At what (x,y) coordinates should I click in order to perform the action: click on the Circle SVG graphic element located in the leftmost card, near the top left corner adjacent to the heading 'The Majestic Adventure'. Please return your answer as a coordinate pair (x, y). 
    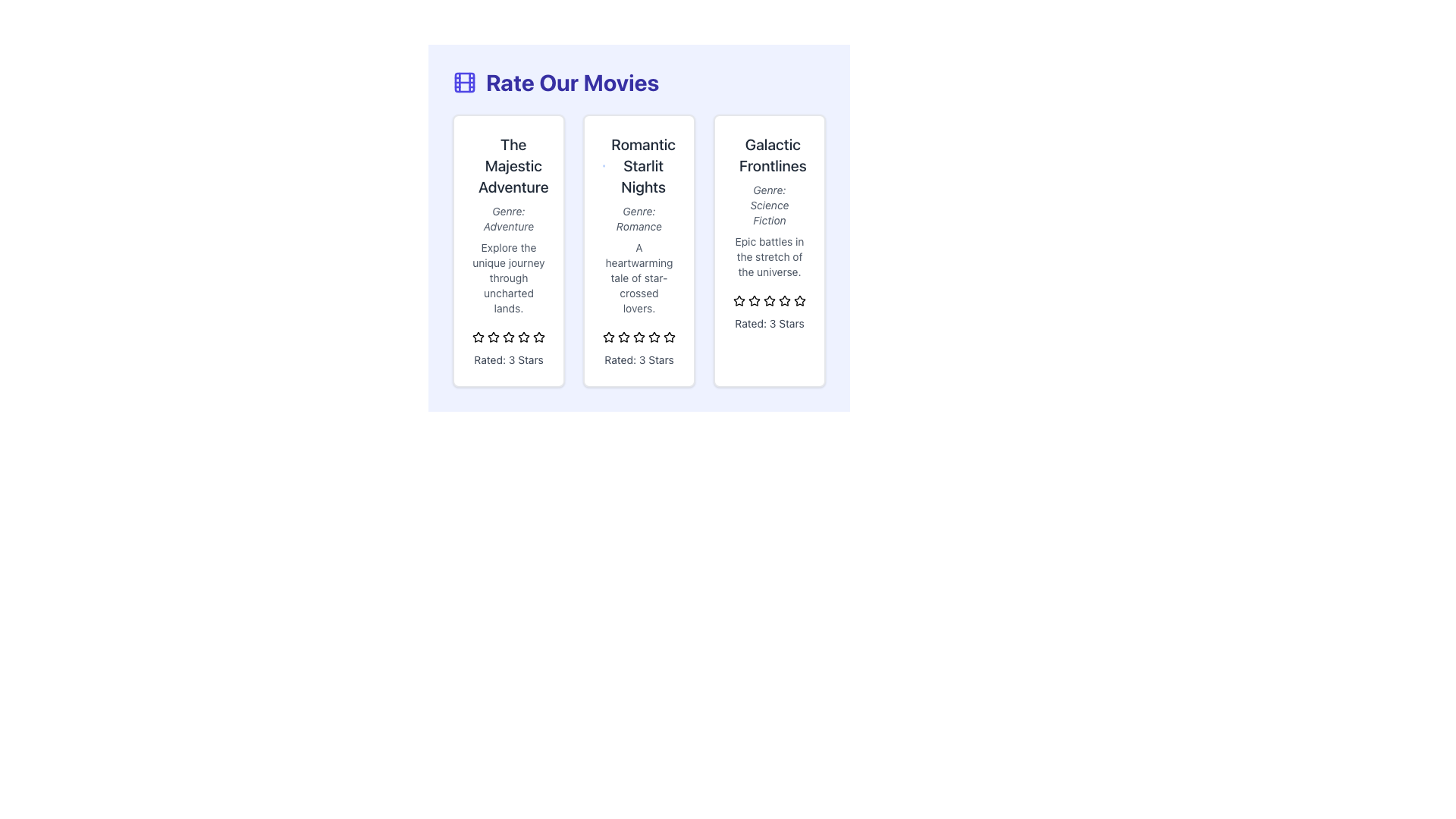
    Looking at the image, I should click on (480, 167).